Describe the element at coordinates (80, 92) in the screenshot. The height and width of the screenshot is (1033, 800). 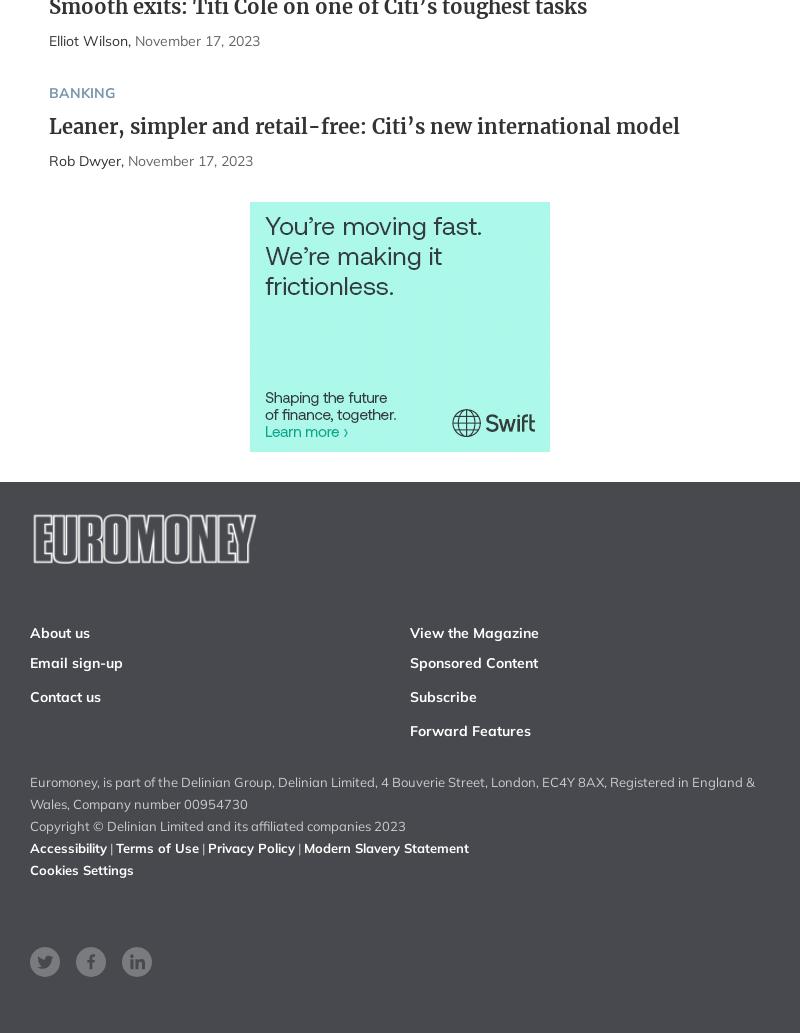
I see `'BANKING'` at that location.